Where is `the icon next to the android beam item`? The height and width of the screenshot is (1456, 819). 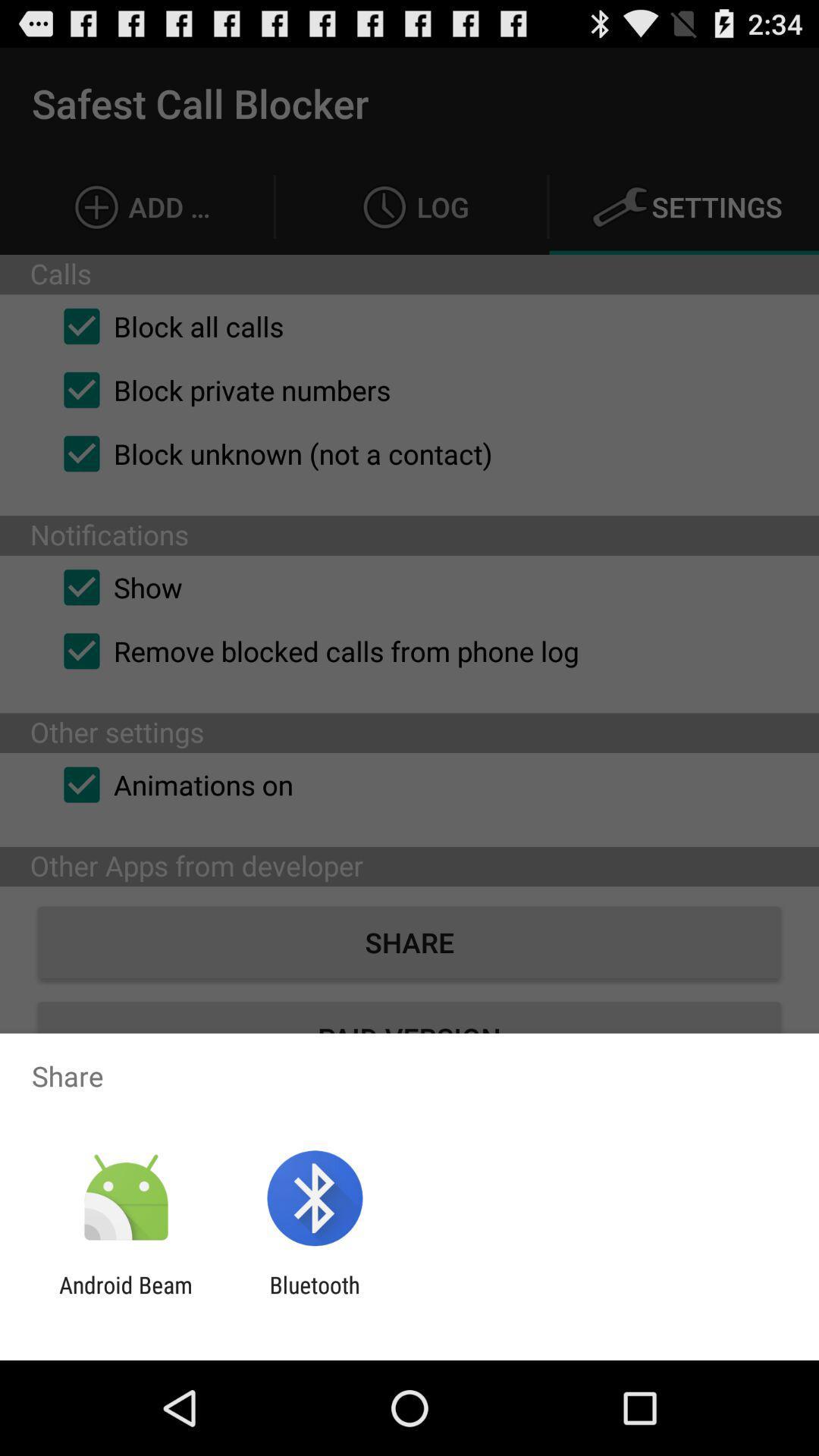 the icon next to the android beam item is located at coordinates (314, 1298).